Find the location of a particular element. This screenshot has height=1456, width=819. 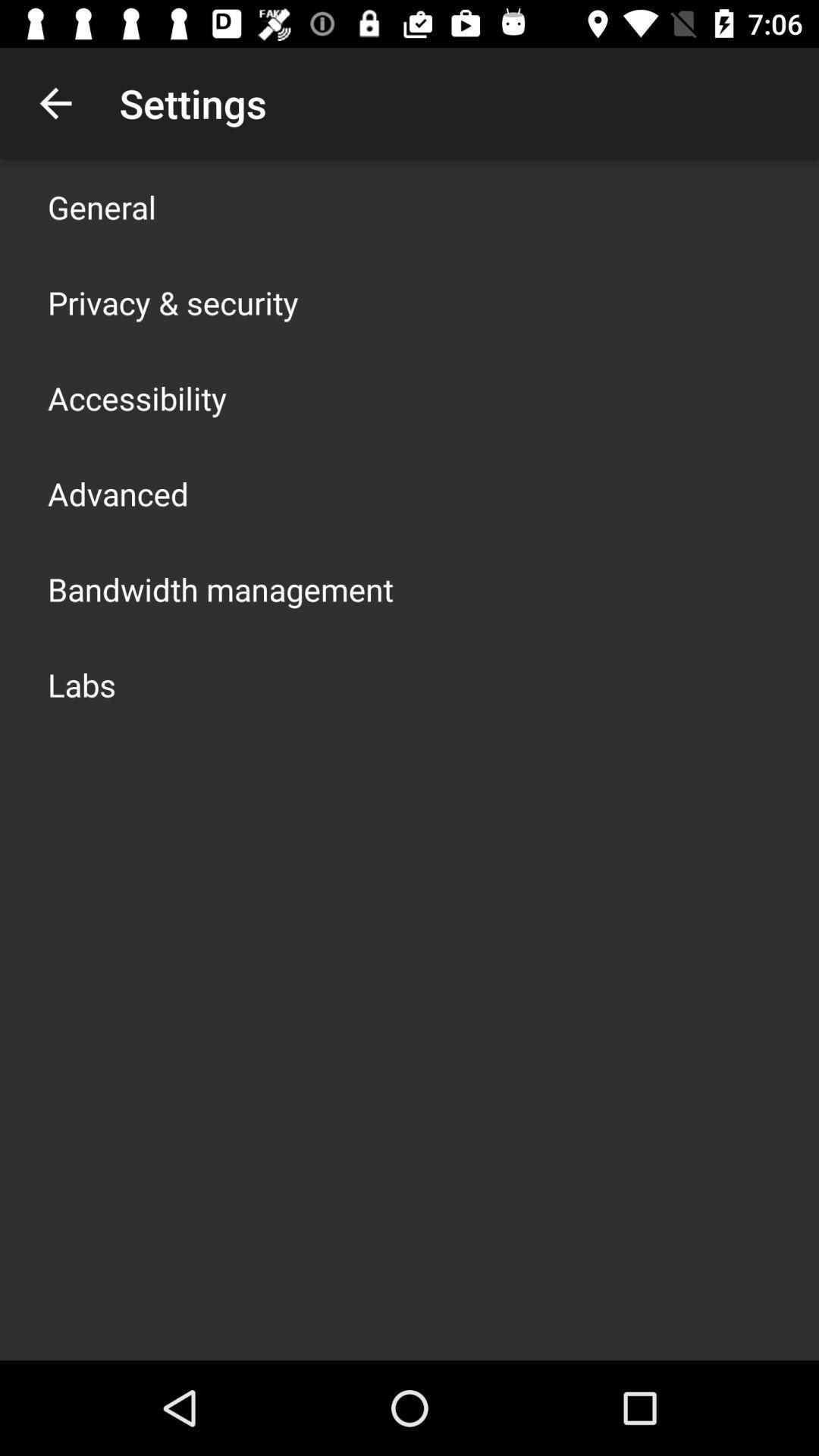

the bandwidth management app is located at coordinates (220, 588).